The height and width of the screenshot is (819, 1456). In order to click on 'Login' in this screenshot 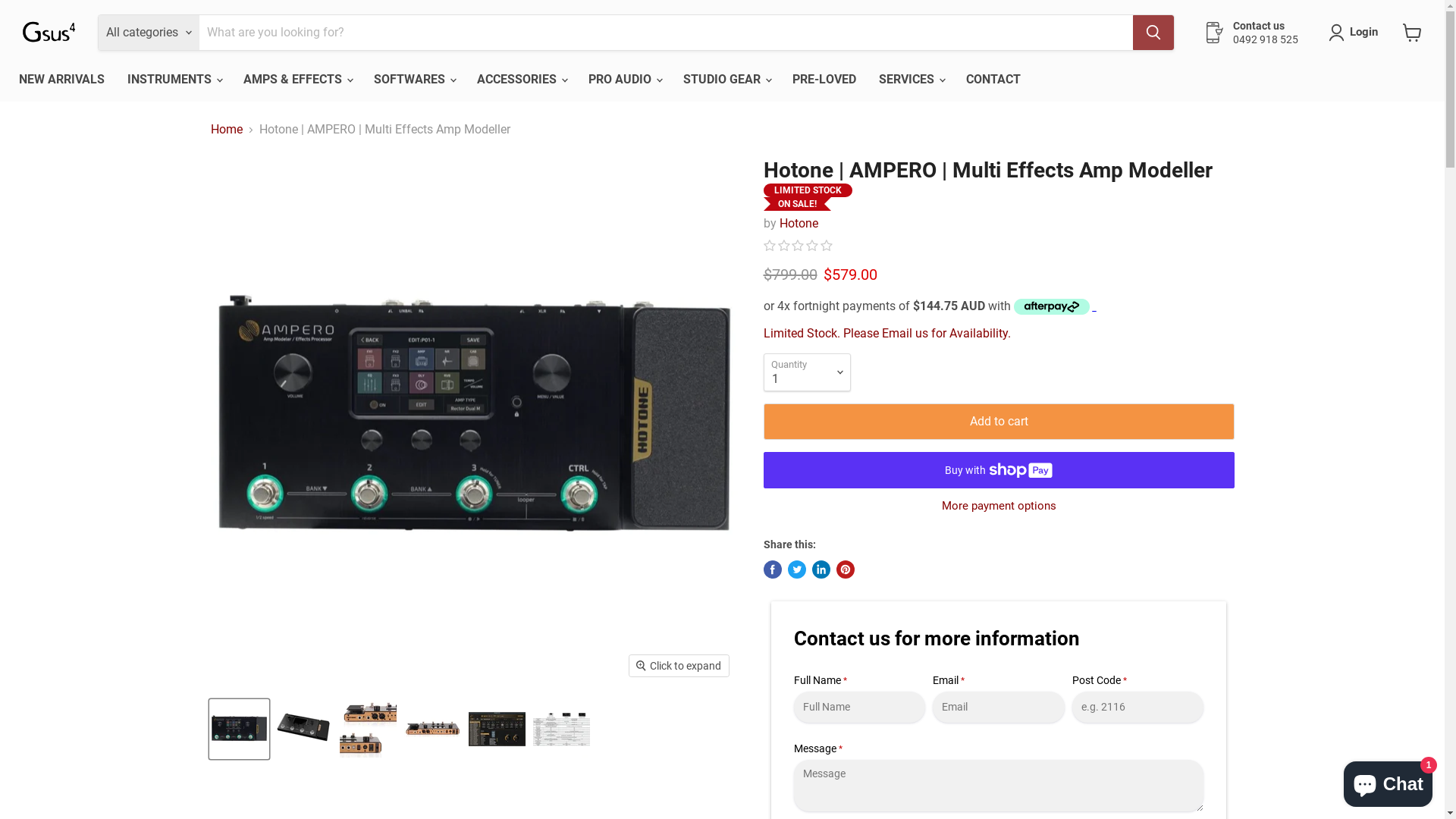, I will do `click(1363, 32)`.